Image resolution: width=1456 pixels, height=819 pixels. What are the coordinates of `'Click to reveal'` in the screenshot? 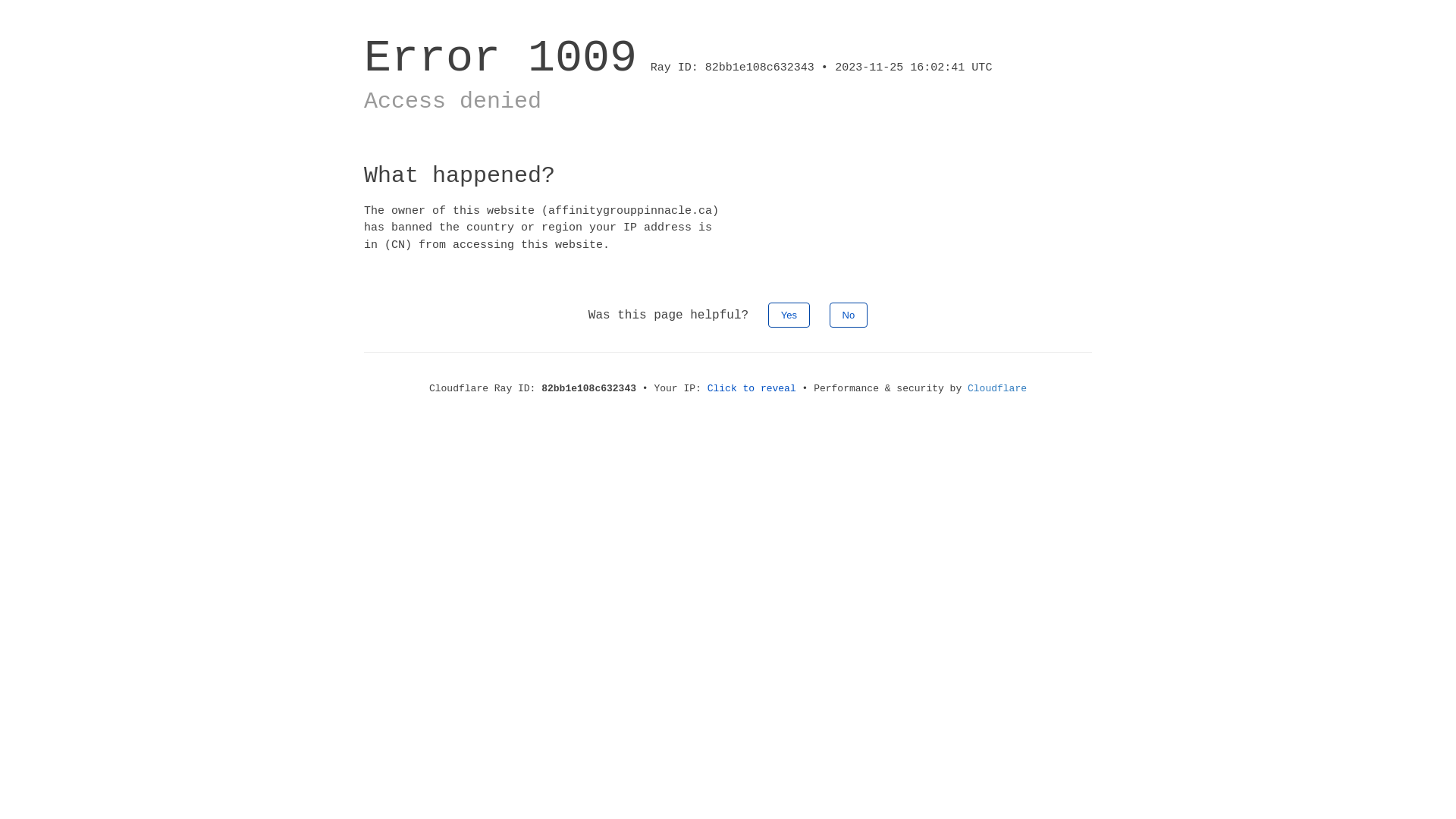 It's located at (752, 388).